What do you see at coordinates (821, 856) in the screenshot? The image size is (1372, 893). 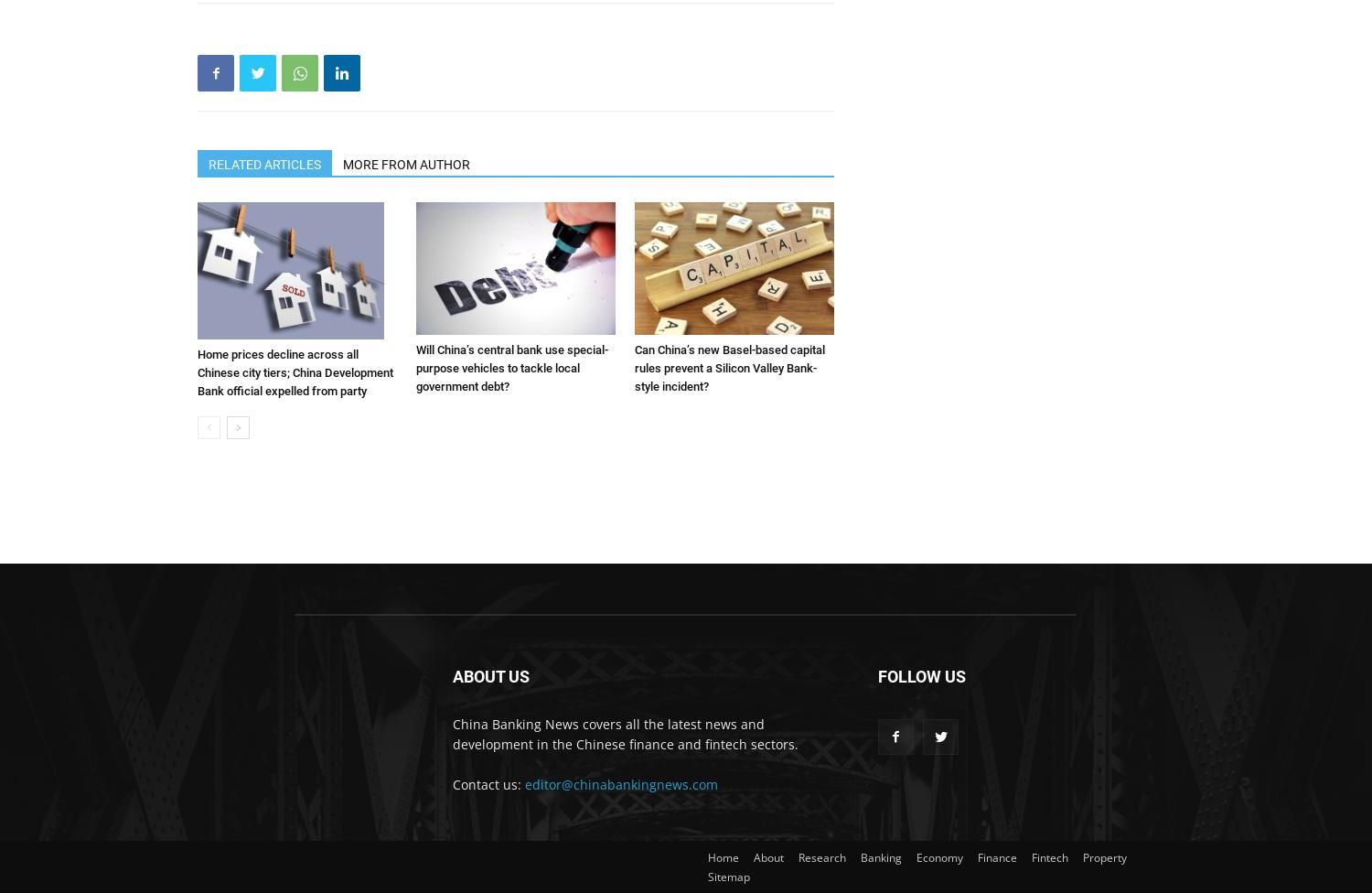 I see `'Research'` at bounding box center [821, 856].